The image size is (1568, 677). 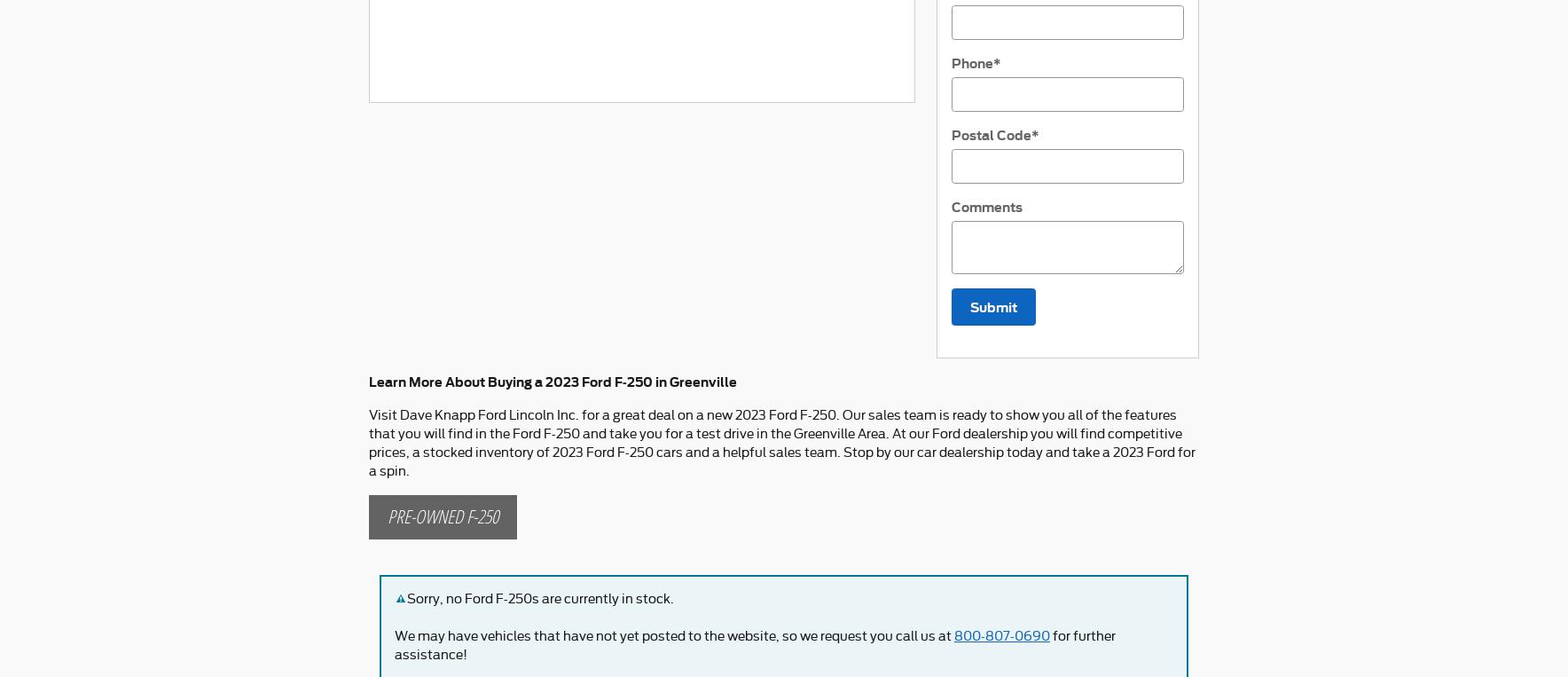 What do you see at coordinates (539, 598) in the screenshot?
I see `'Sorry, no Ford F-250s are currently in stock.'` at bounding box center [539, 598].